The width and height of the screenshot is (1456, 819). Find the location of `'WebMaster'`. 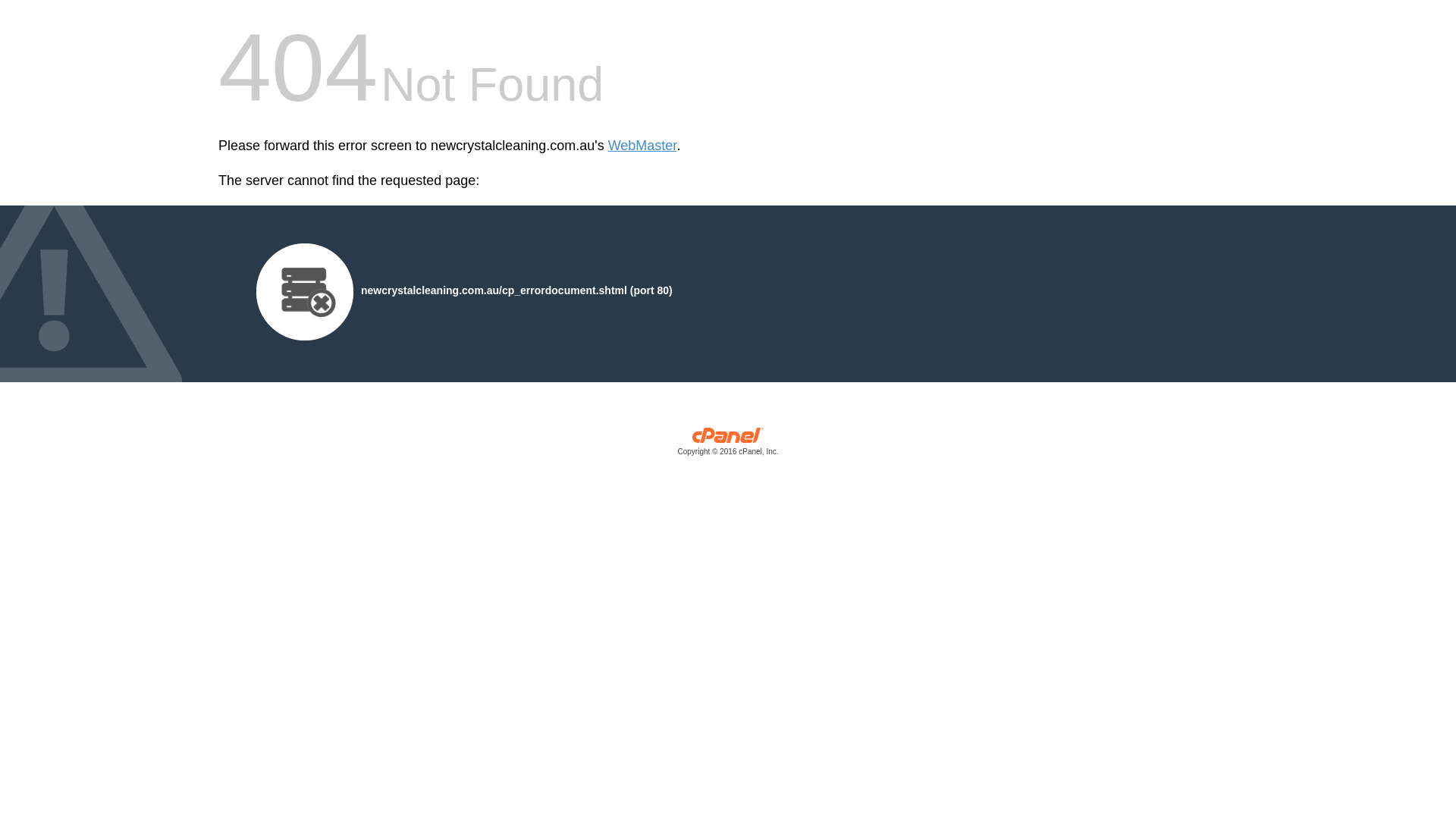

'WebMaster' is located at coordinates (607, 146).